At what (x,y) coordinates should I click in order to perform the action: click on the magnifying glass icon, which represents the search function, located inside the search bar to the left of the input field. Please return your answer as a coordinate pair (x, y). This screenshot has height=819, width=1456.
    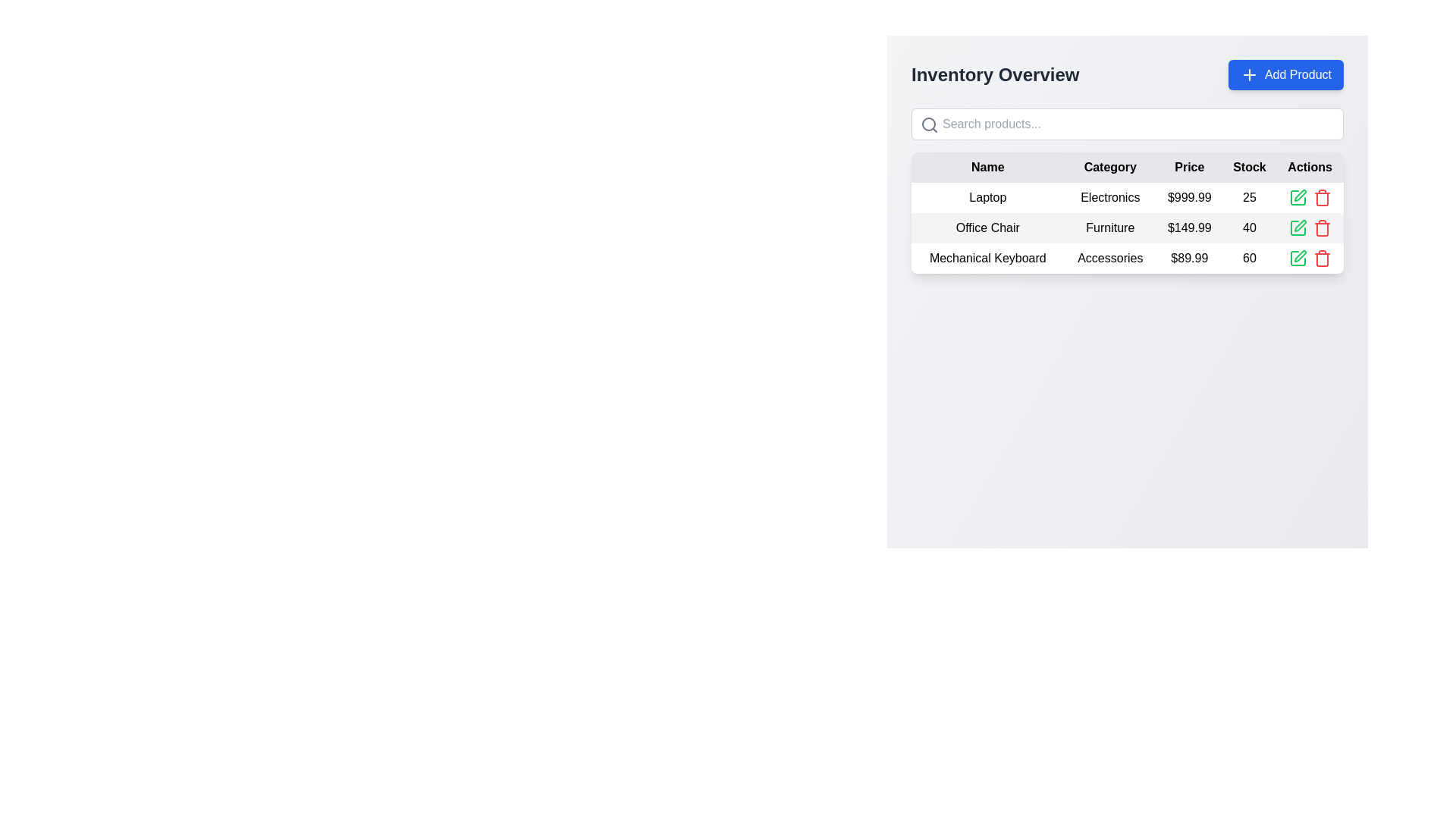
    Looking at the image, I should click on (928, 124).